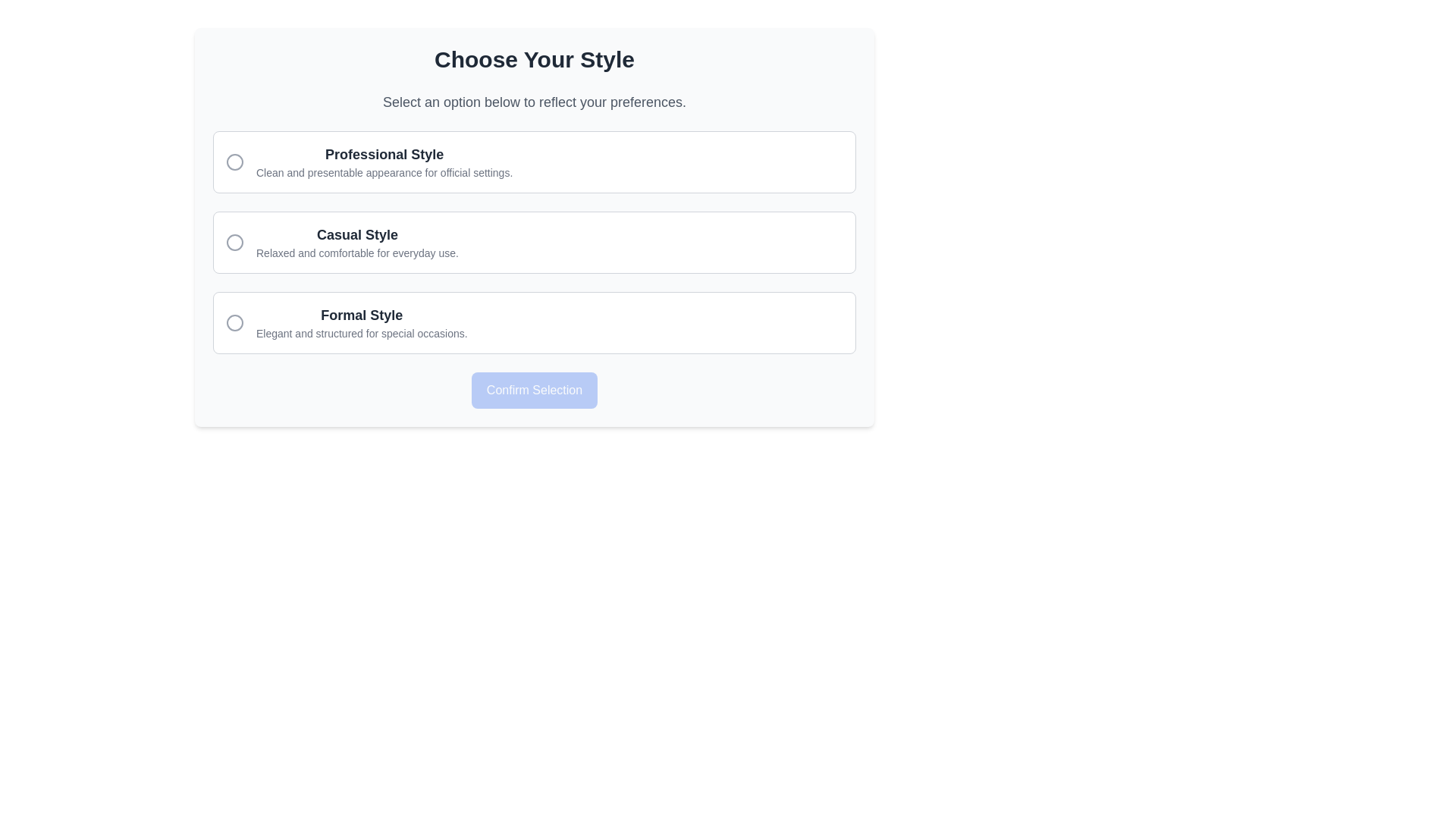  What do you see at coordinates (535, 242) in the screenshot?
I see `the 'Casual Style' selectable option with the associated radio button` at bounding box center [535, 242].